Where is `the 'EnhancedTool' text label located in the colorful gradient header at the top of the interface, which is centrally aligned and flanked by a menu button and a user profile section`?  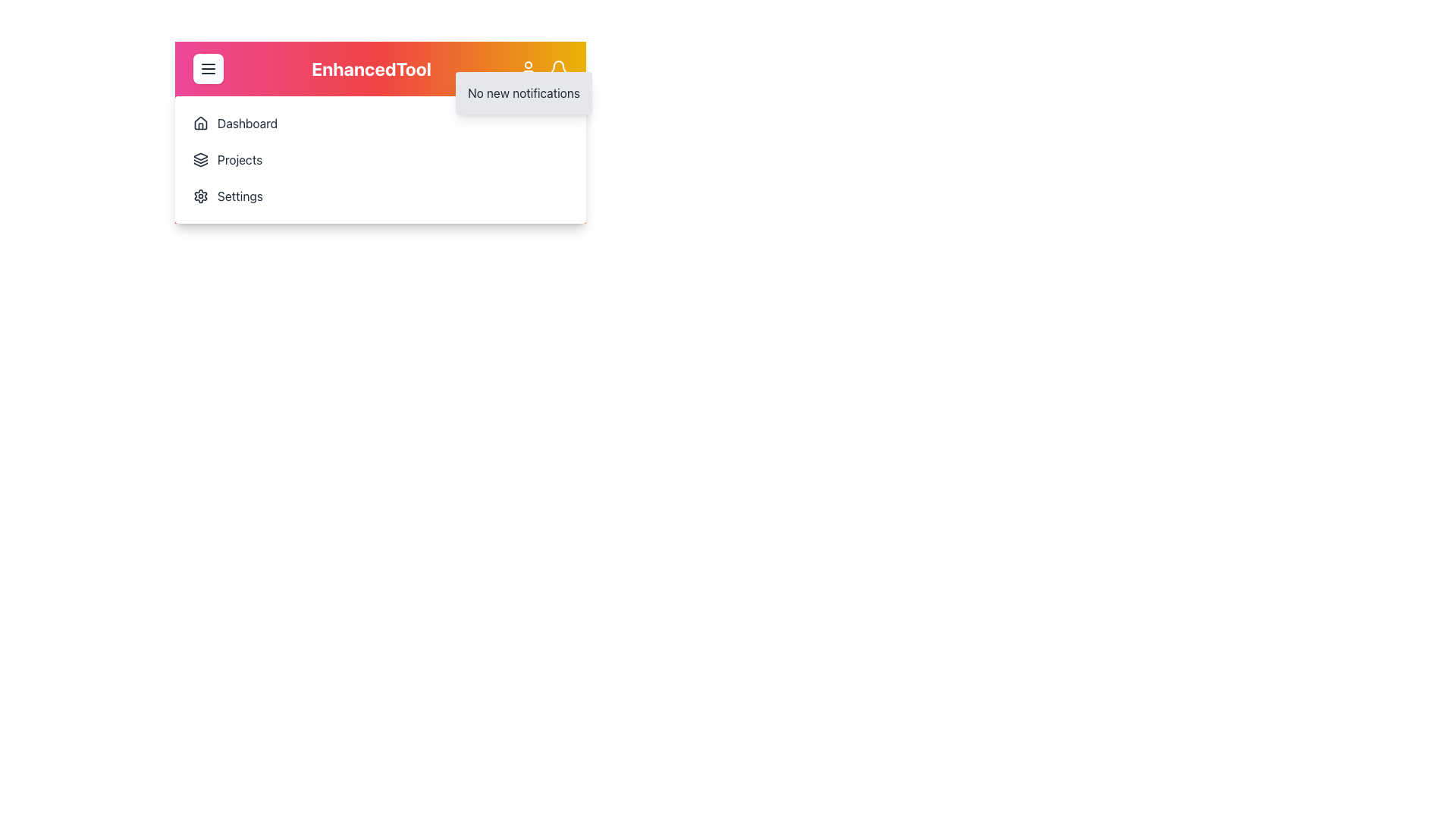
the 'EnhancedTool' text label located in the colorful gradient header at the top of the interface, which is centrally aligned and flanked by a menu button and a user profile section is located at coordinates (381, 69).